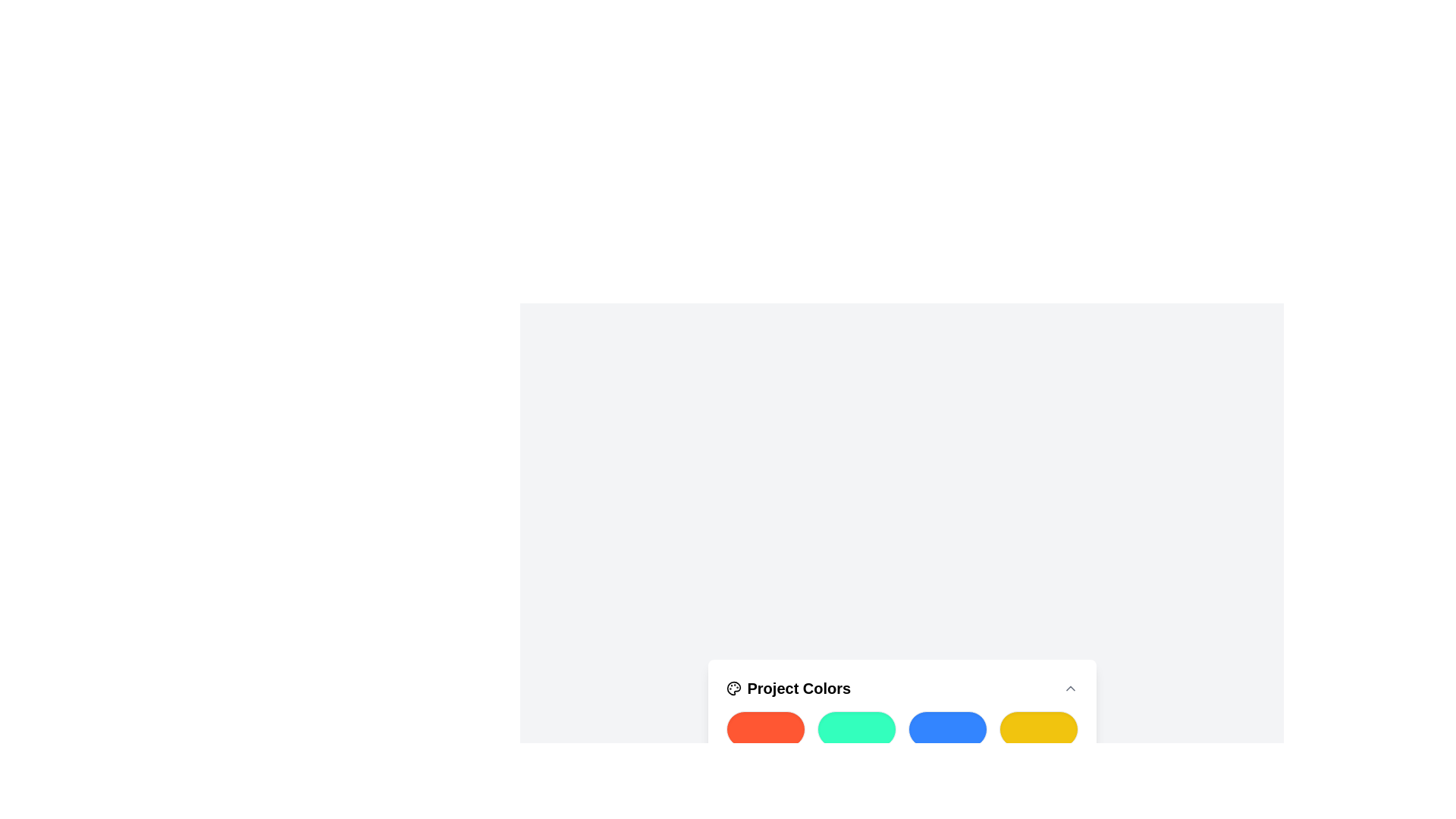  What do you see at coordinates (902, 728) in the screenshot?
I see `one of the color sections in the Color grid located within the 'Project Colors' card at the bottom center of the interface` at bounding box center [902, 728].